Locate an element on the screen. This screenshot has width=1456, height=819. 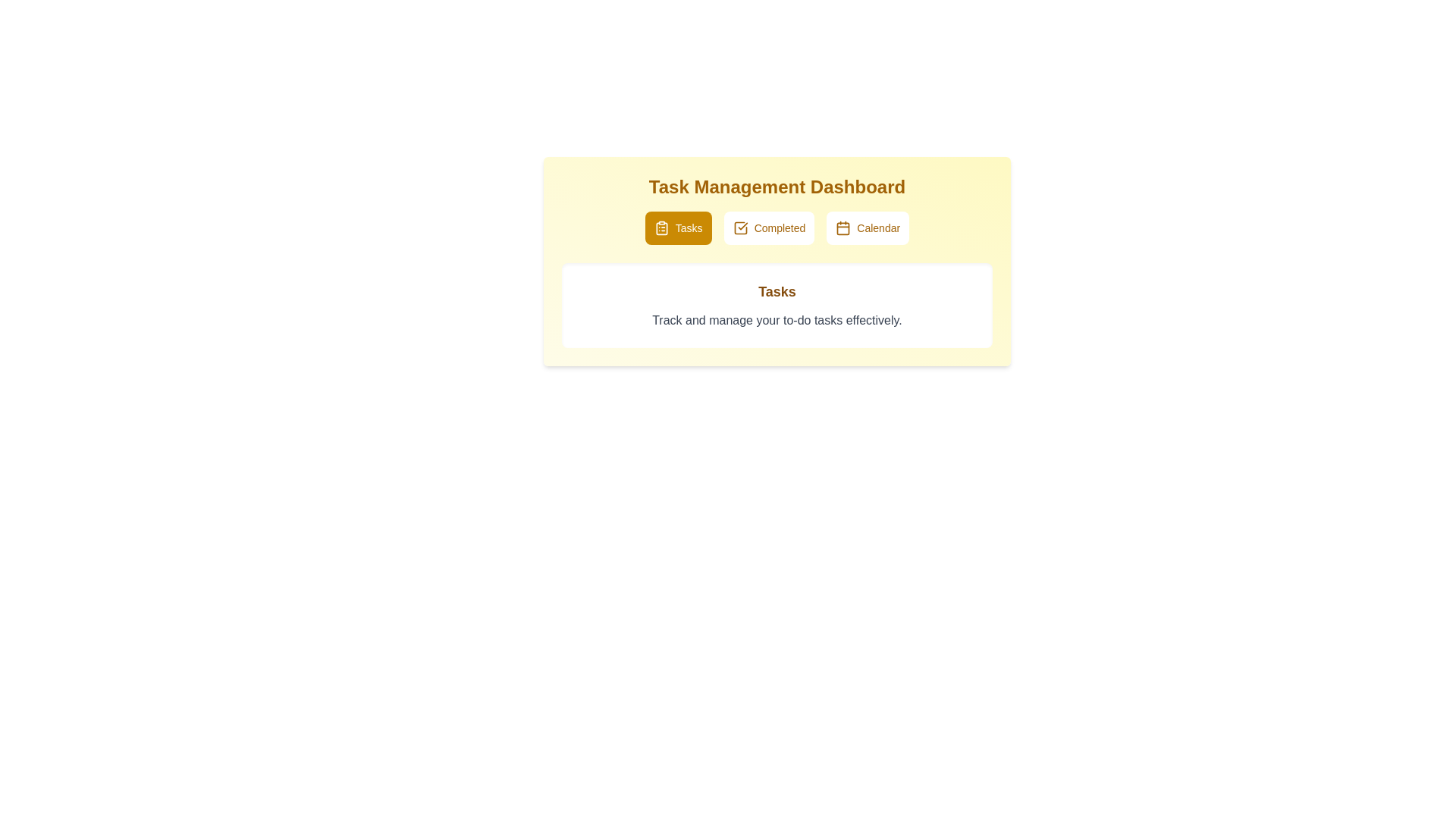
the Tasks tab by clicking its button is located at coordinates (677, 227).